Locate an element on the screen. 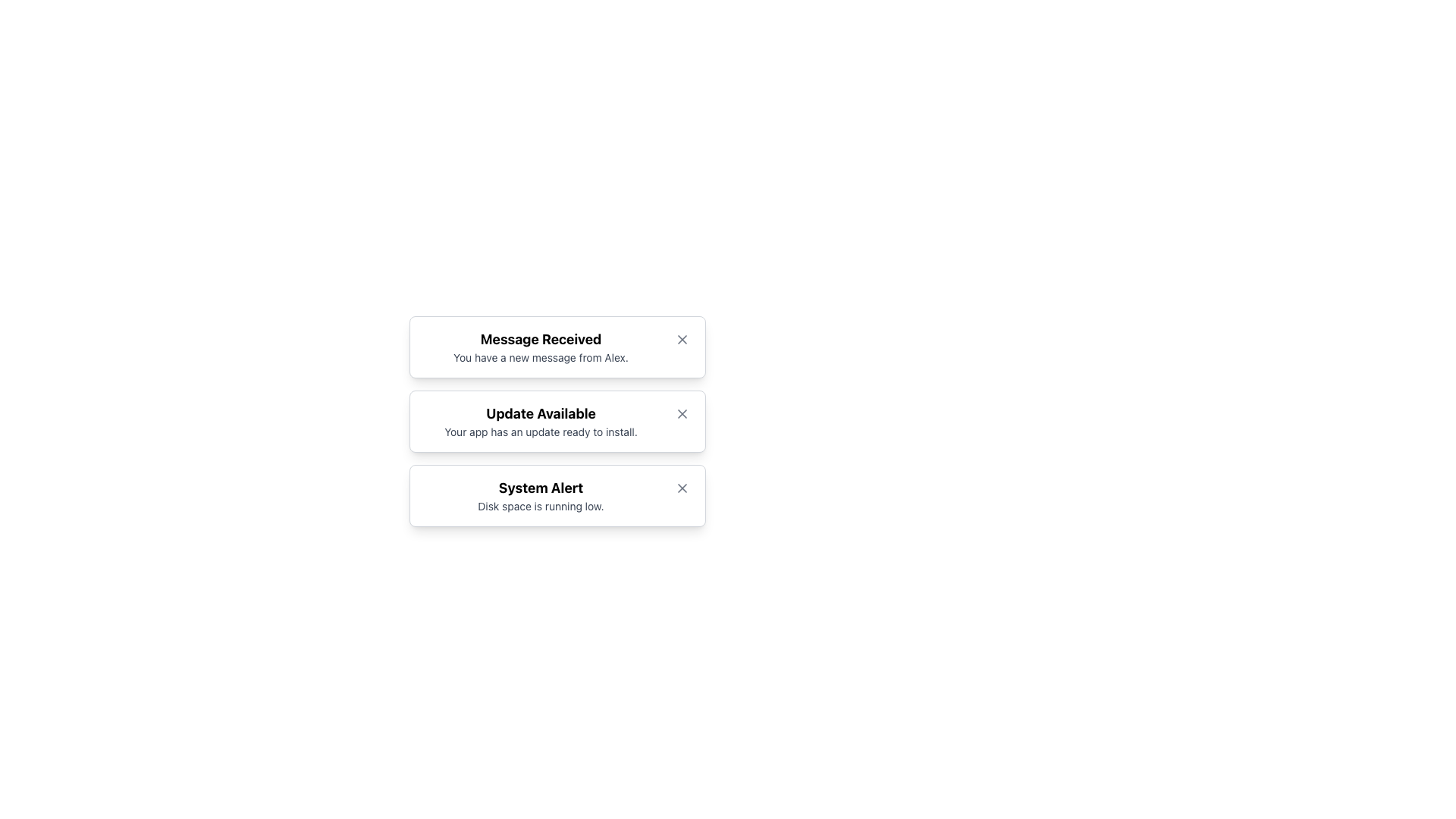  the close button located in the top-right corner of the notification card titled 'Update Available' is located at coordinates (682, 414).